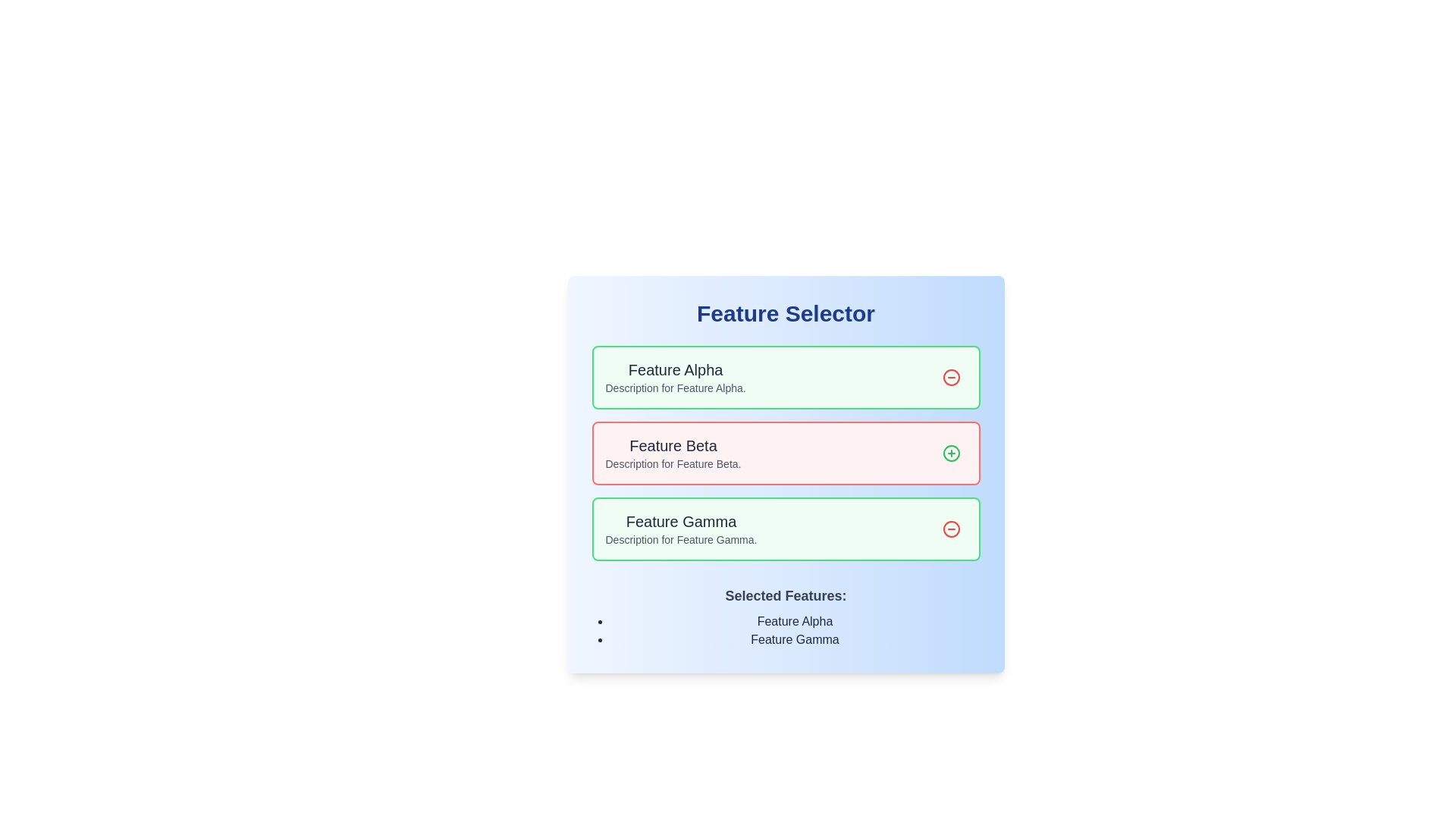 The width and height of the screenshot is (1456, 819). Describe the element at coordinates (950, 452) in the screenshot. I see `the circular button with a green border and a green plus symbol (+) located` at that location.